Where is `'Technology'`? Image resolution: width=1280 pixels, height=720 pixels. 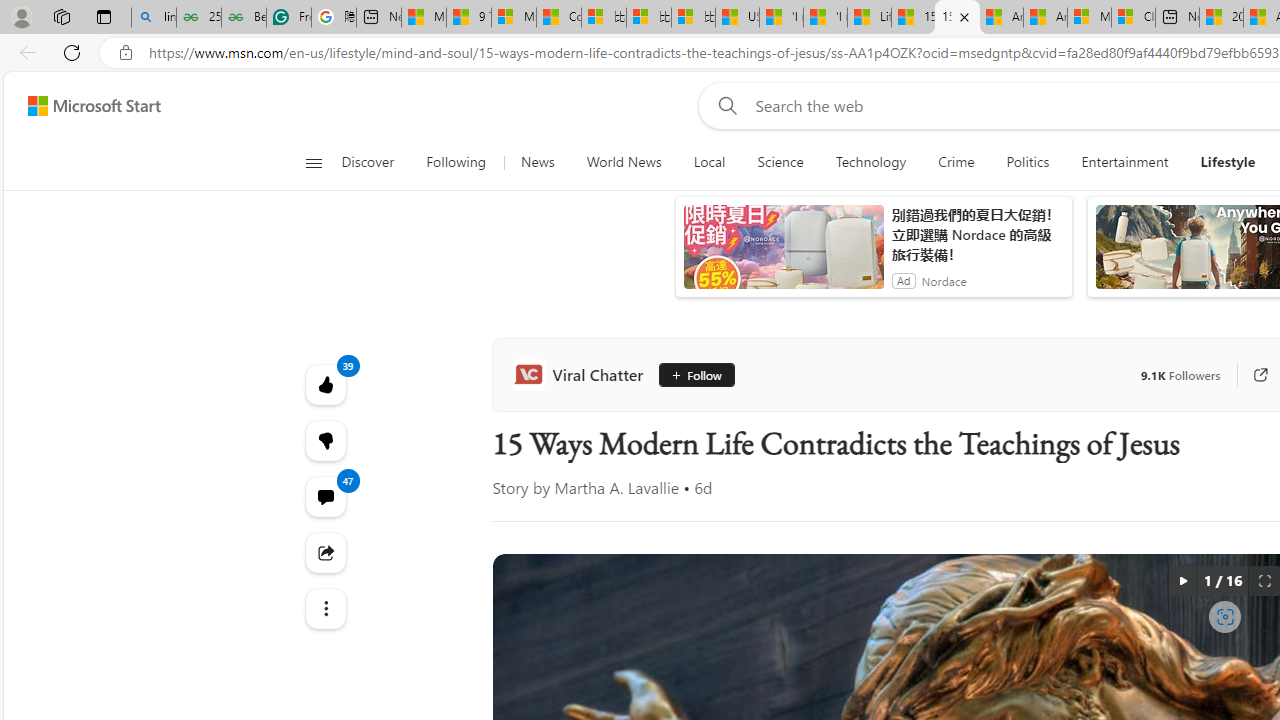 'Technology' is located at coordinates (871, 162).